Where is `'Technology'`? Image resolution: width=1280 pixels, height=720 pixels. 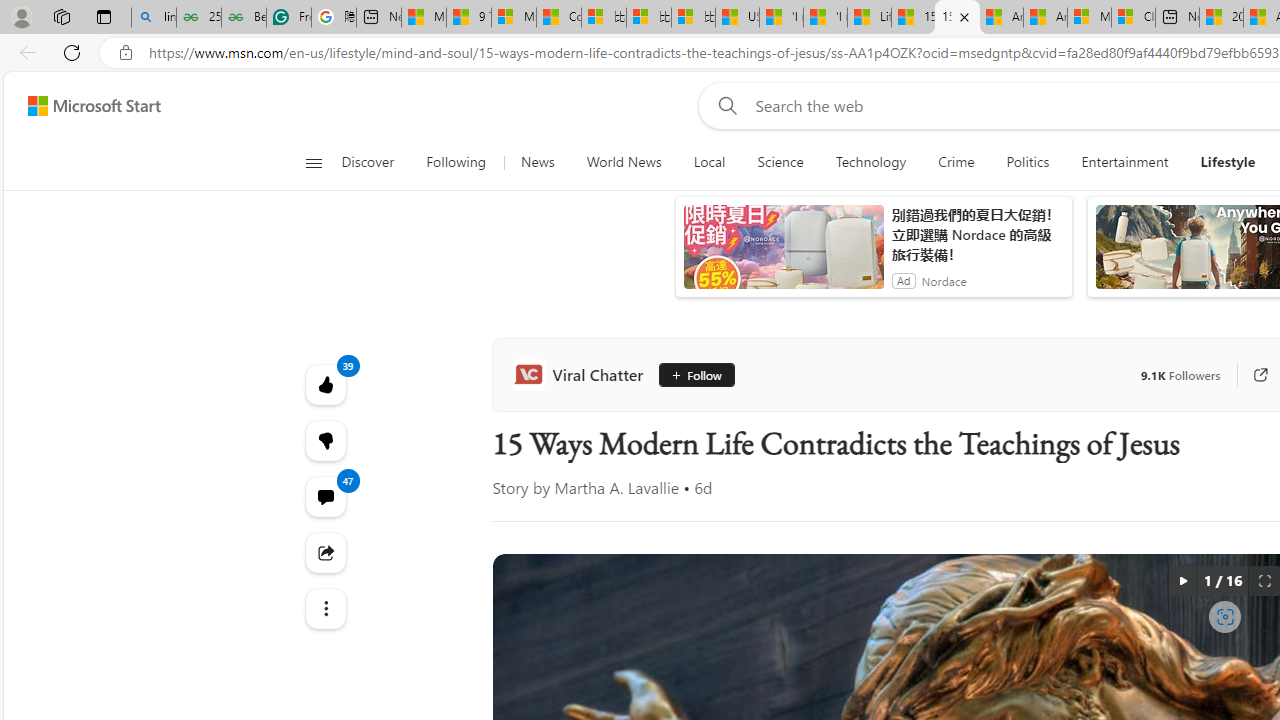 'Technology' is located at coordinates (871, 162).